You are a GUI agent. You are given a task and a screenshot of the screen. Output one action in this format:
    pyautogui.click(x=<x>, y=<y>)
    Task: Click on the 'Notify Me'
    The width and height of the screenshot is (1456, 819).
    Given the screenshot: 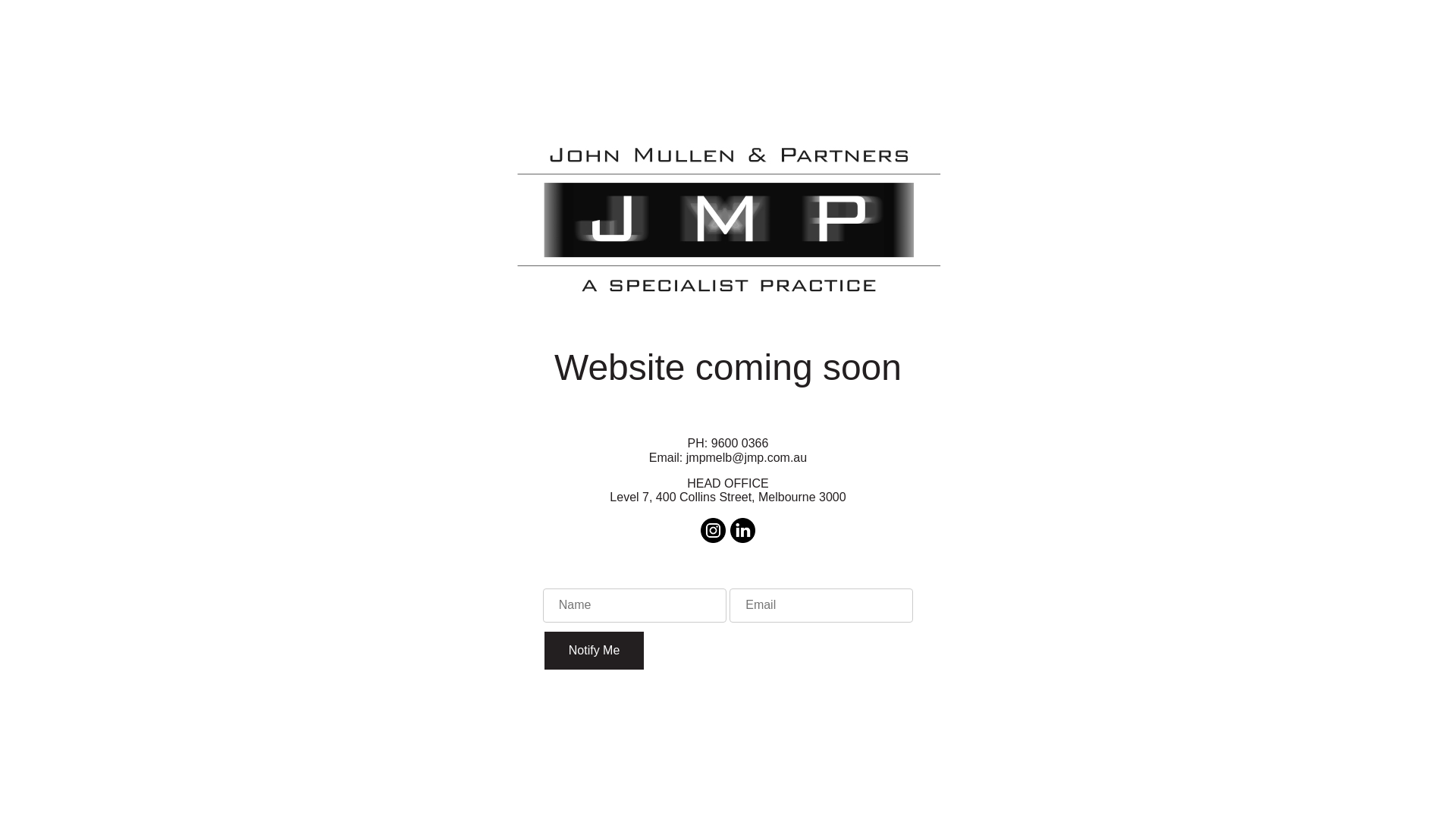 What is the action you would take?
    pyautogui.click(x=593, y=649)
    